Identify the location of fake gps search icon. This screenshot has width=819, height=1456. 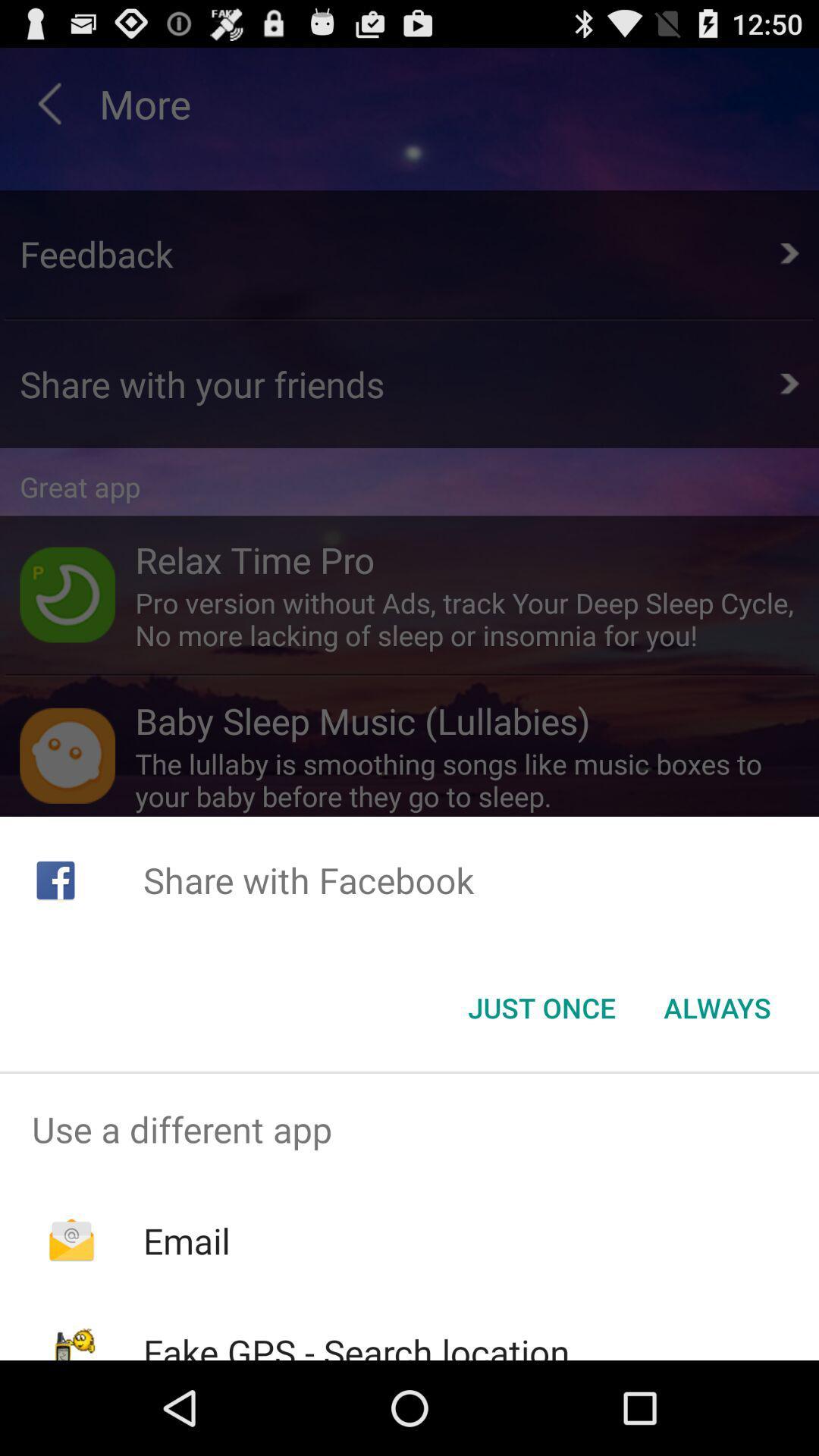
(356, 1344).